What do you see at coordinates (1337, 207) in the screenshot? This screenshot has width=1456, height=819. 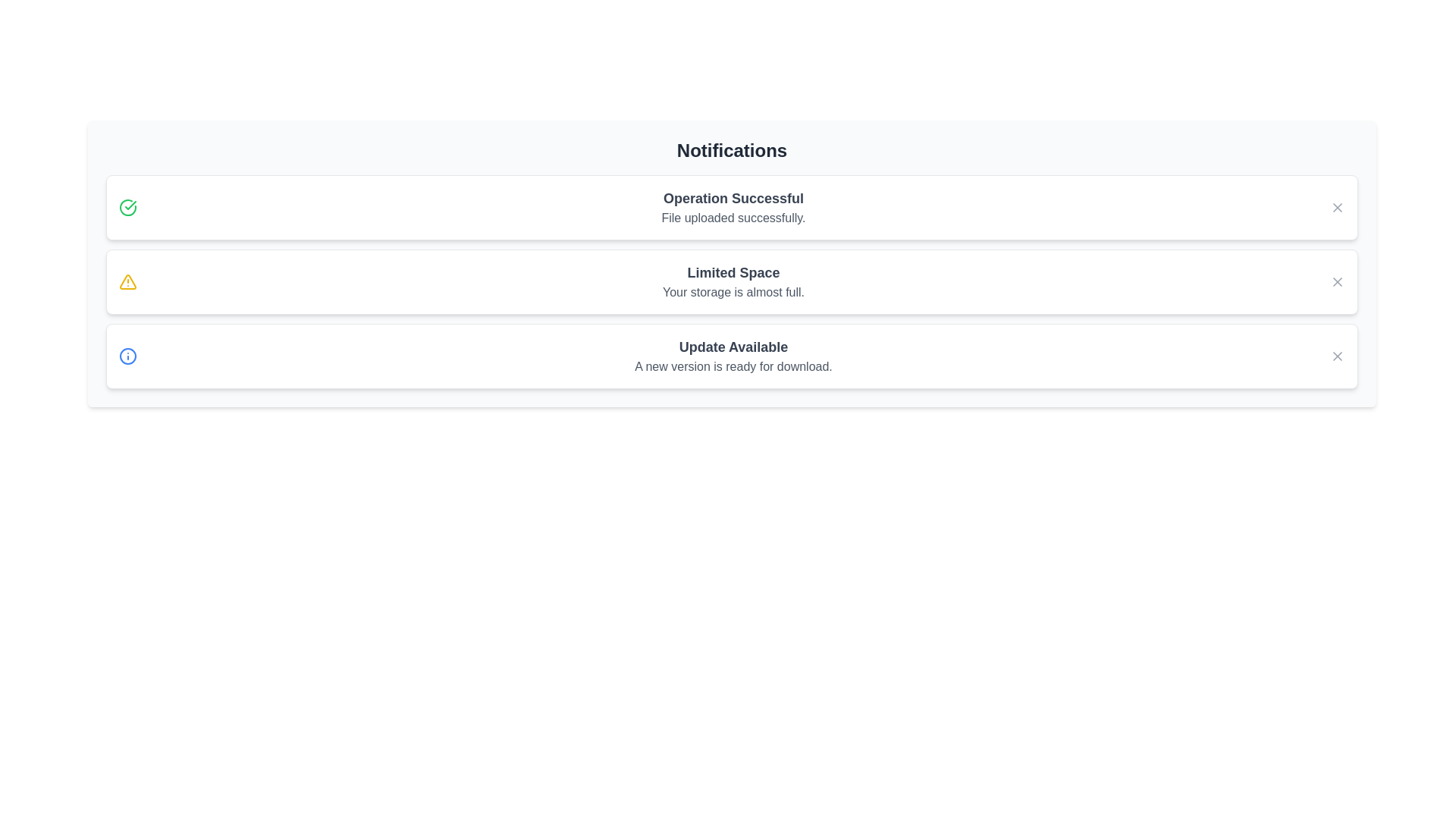 I see `the close button of the notification with title Operation Successful` at bounding box center [1337, 207].